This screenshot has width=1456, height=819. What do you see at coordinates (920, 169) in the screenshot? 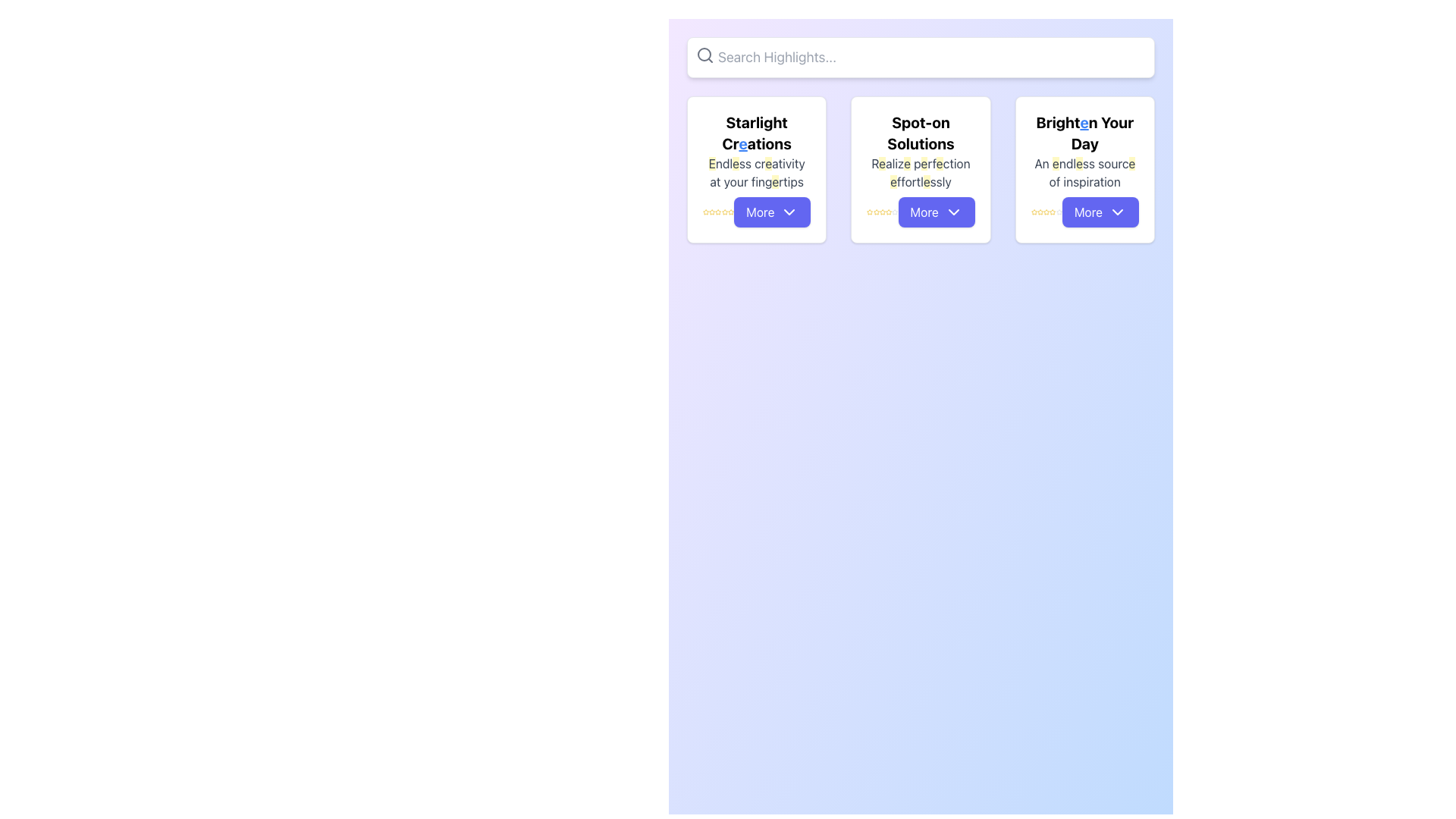
I see `the Card component titled 'Spot-on Solutions', which features a subtitle, star rating, and a button labeled 'More'. This card is located in the second column of a three-column grid layout, positioned between 'Starlight Creations' and 'Brighten Your Day'` at bounding box center [920, 169].